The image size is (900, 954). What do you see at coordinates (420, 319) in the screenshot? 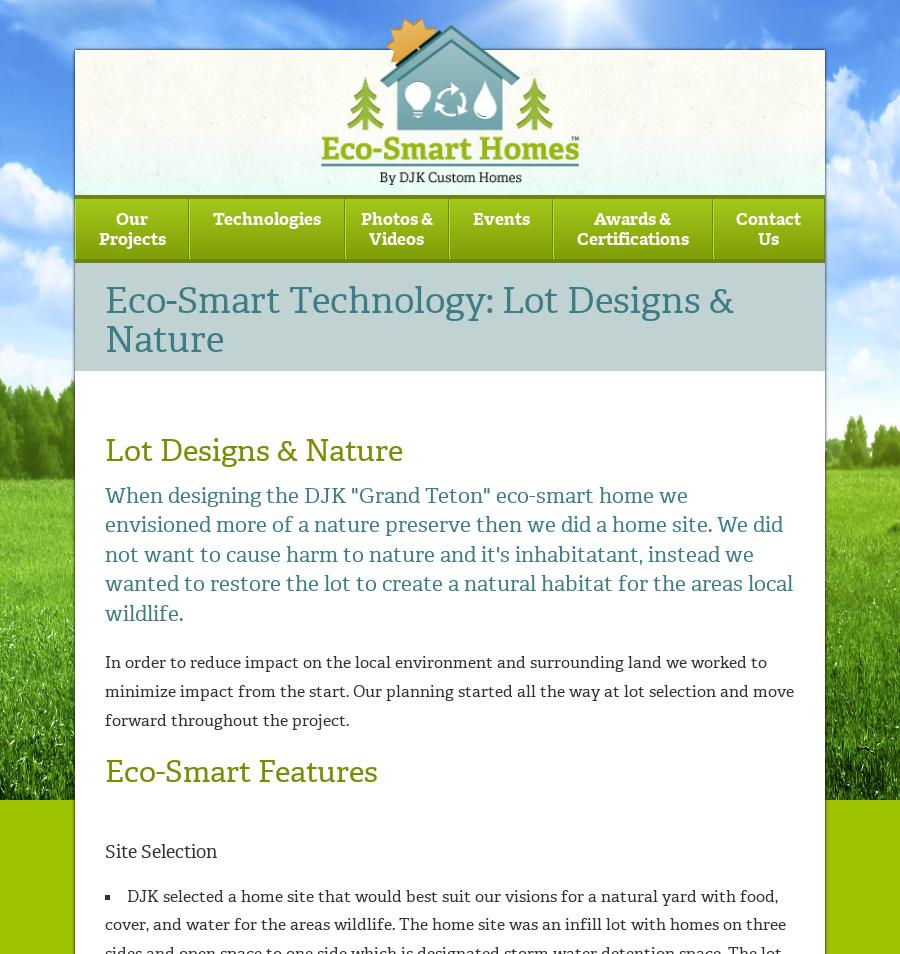
I see `'Eco-Smart Technology: Lot Designs & Nature'` at bounding box center [420, 319].